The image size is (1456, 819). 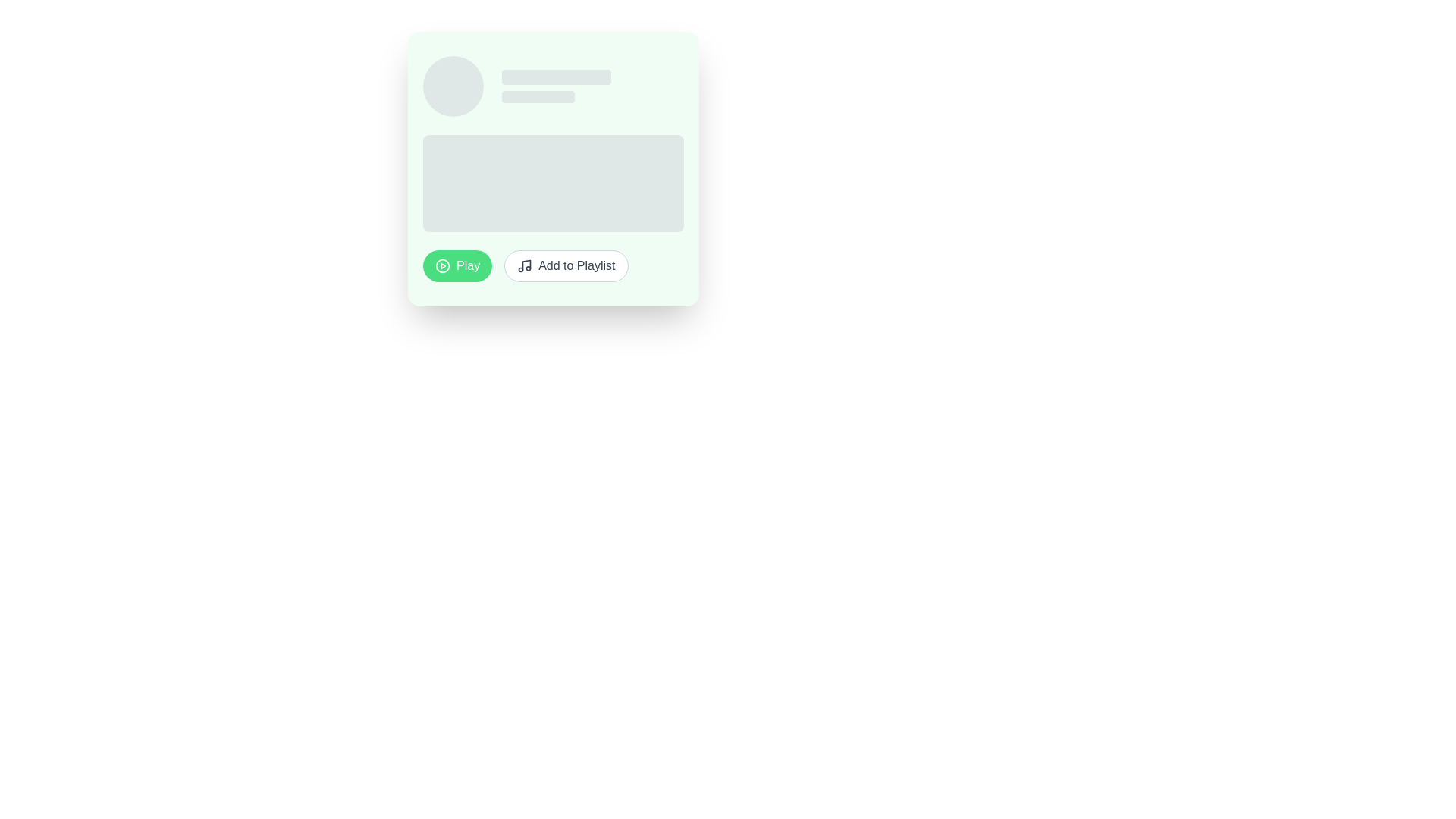 What do you see at coordinates (592, 86) in the screenshot?
I see `the light gray, animated pulse effect Placeholder component located to the right of the circular placeholder` at bounding box center [592, 86].